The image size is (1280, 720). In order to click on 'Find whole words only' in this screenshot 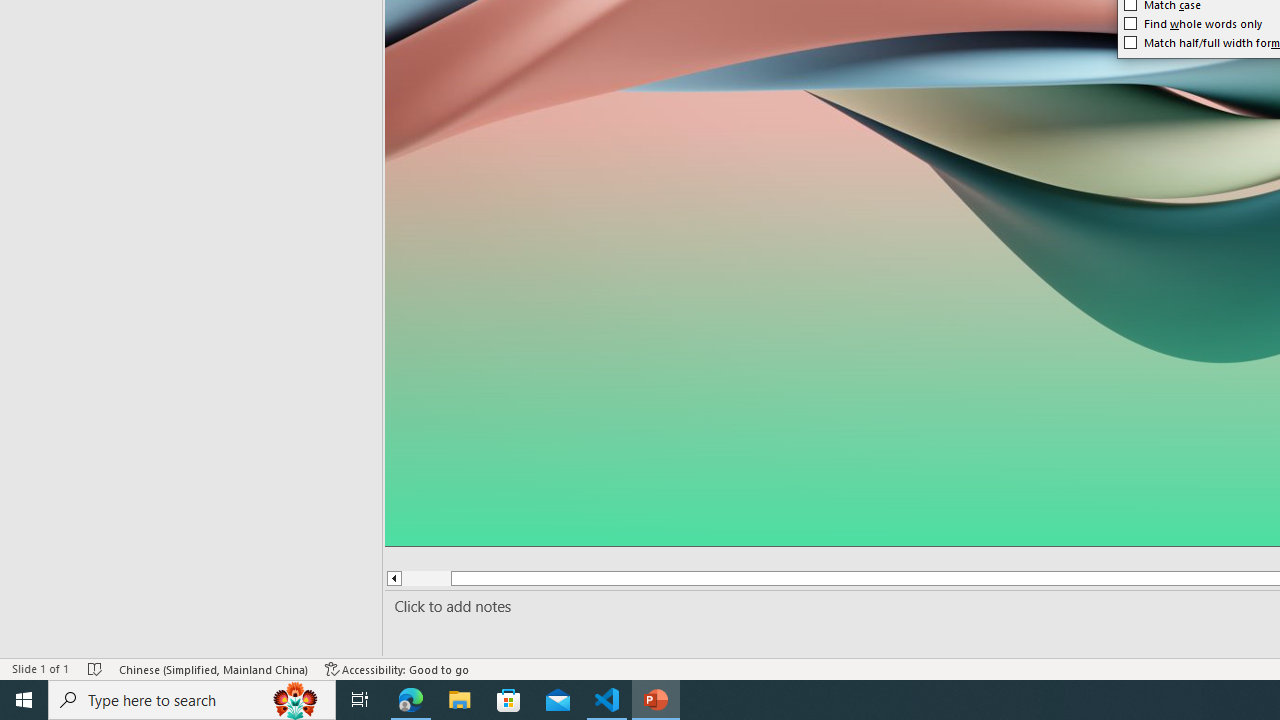, I will do `click(1194, 23)`.